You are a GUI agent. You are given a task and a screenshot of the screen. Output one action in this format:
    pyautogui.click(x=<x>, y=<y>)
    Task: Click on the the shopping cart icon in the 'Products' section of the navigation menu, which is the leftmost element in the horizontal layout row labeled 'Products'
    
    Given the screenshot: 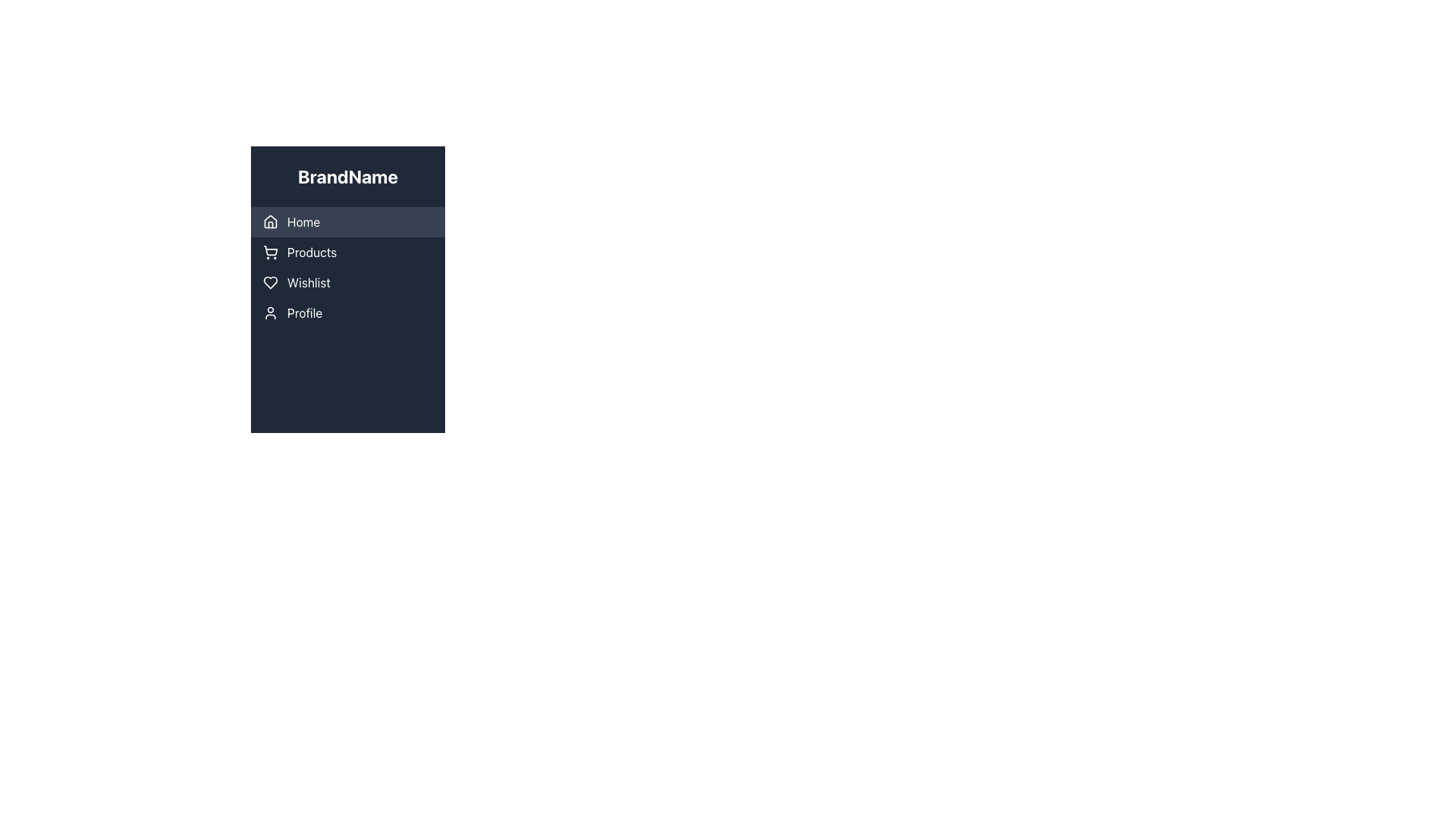 What is the action you would take?
    pyautogui.click(x=270, y=251)
    